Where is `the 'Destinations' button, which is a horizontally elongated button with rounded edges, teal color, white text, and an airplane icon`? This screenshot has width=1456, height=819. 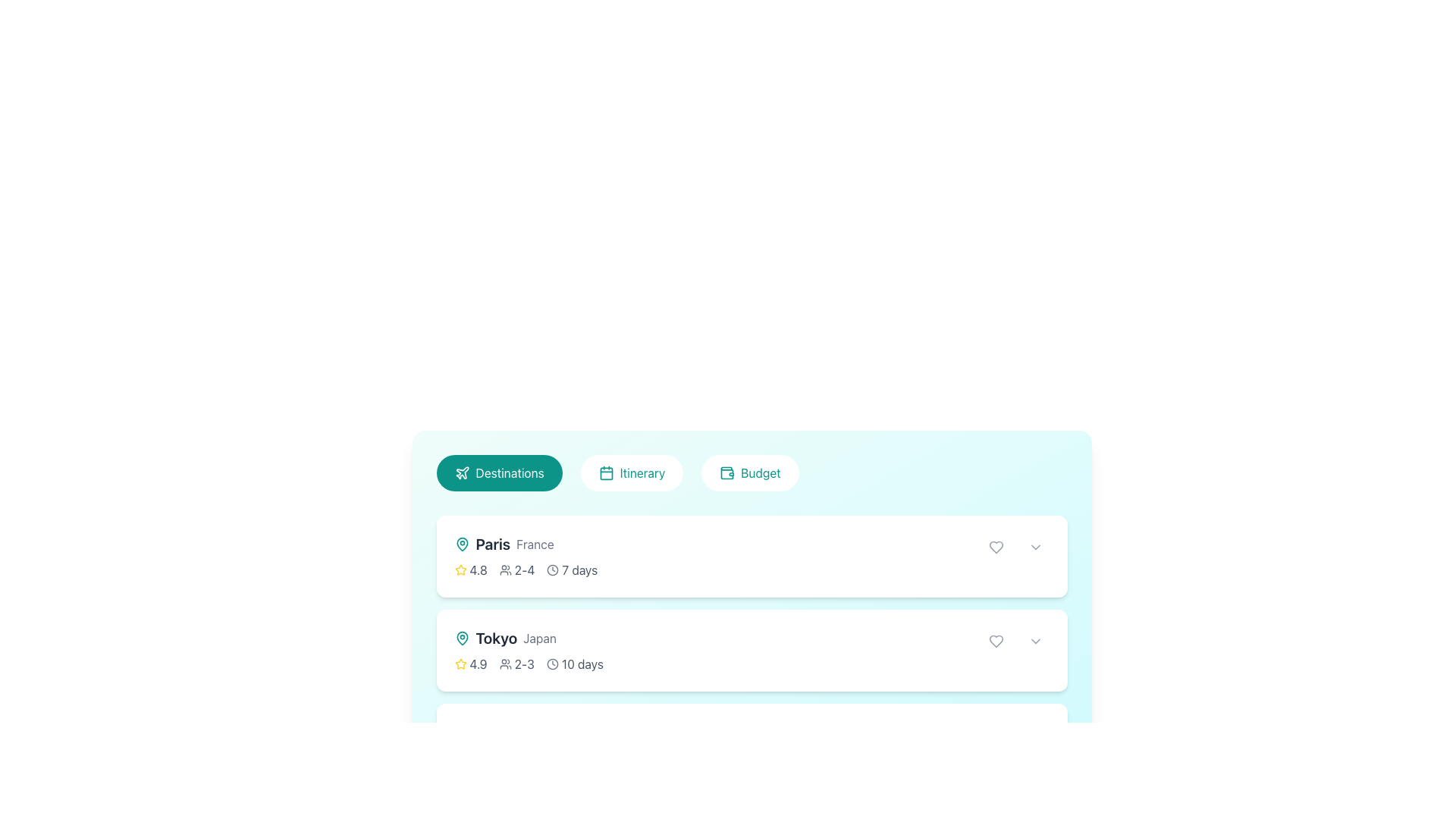 the 'Destinations' button, which is a horizontally elongated button with rounded edges, teal color, white text, and an airplane icon is located at coordinates (499, 472).